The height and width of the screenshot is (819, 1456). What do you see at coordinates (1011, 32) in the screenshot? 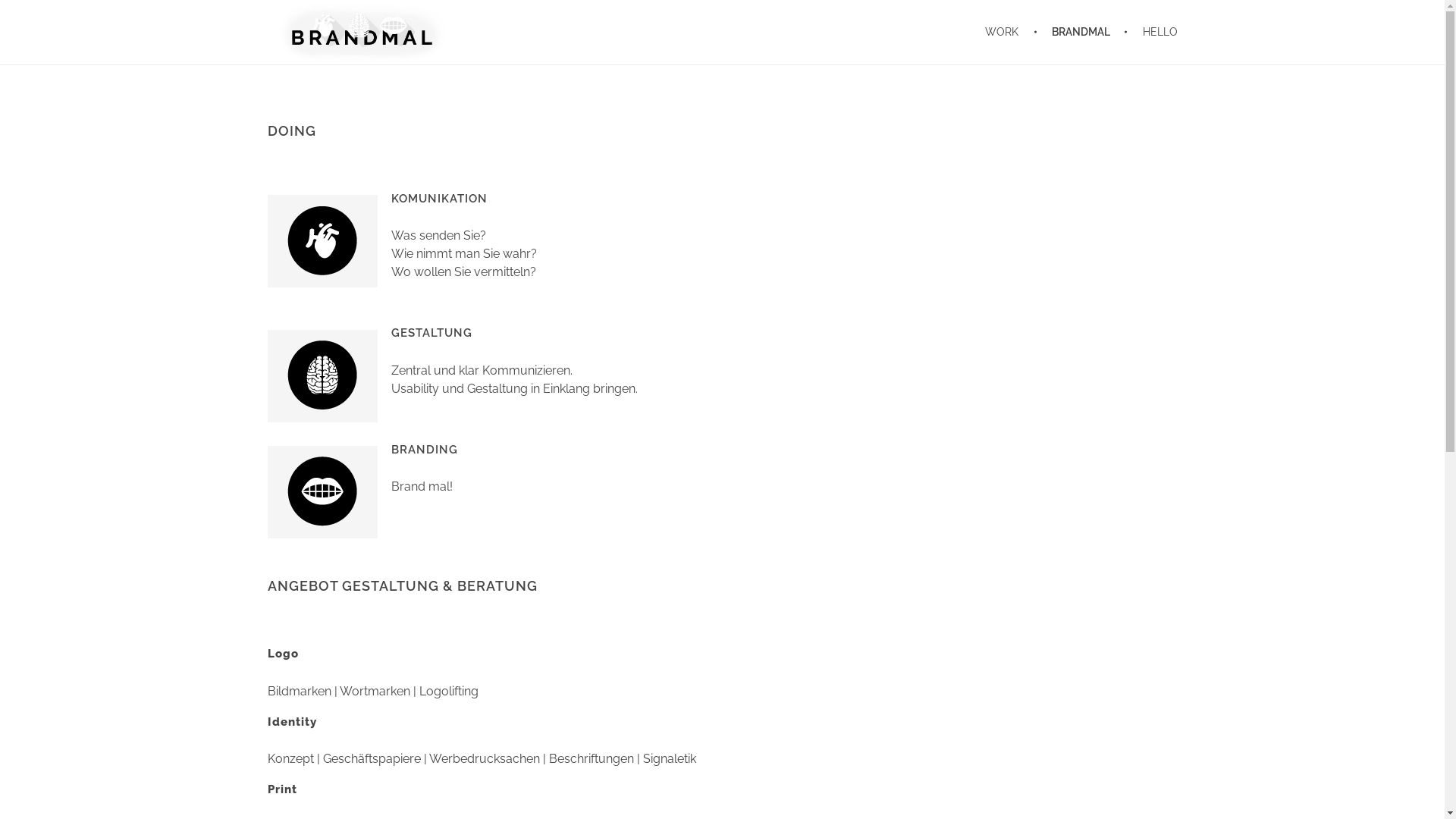
I see `'WORK'` at bounding box center [1011, 32].